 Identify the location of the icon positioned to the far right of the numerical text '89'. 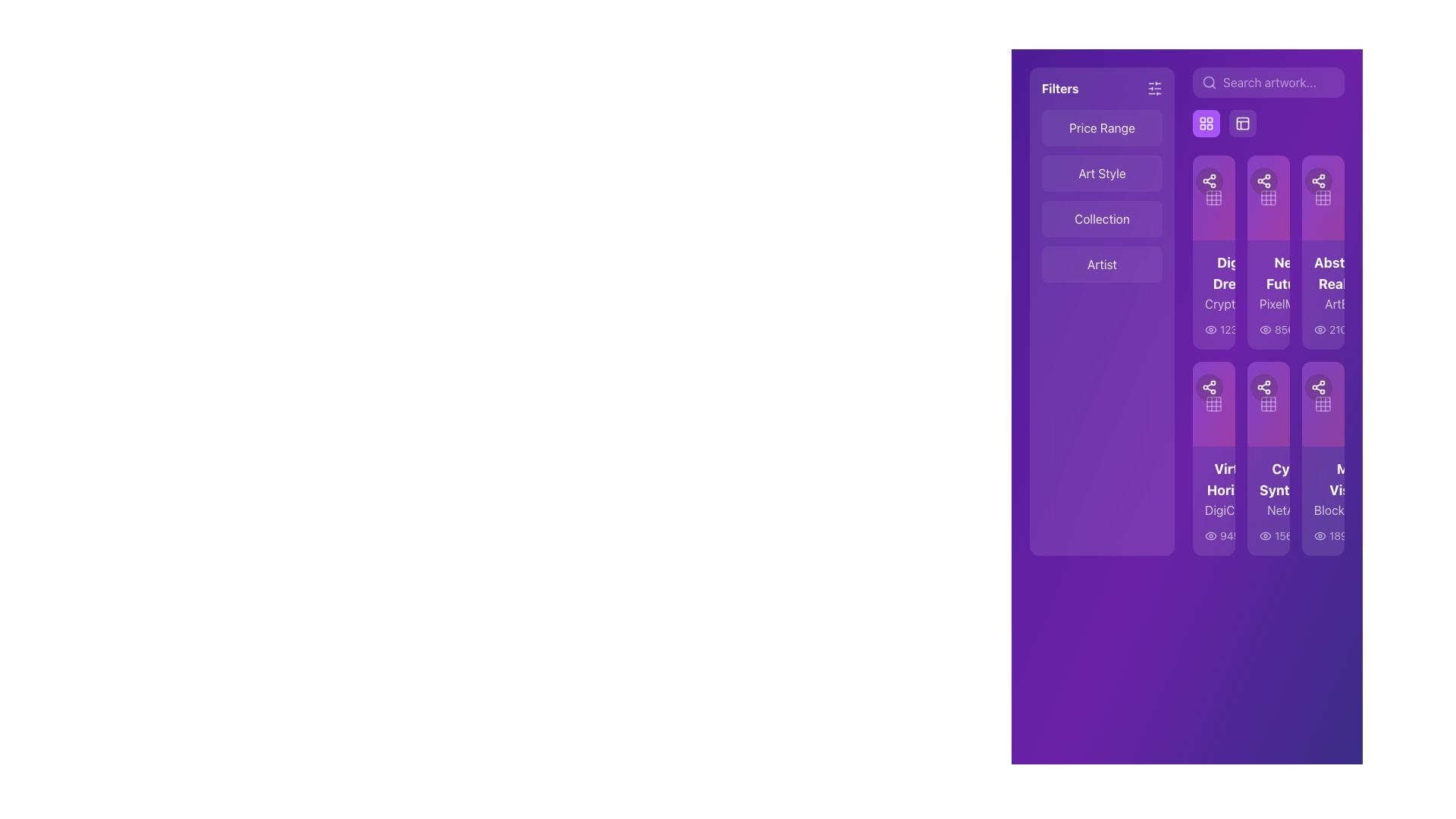
(1278, 329).